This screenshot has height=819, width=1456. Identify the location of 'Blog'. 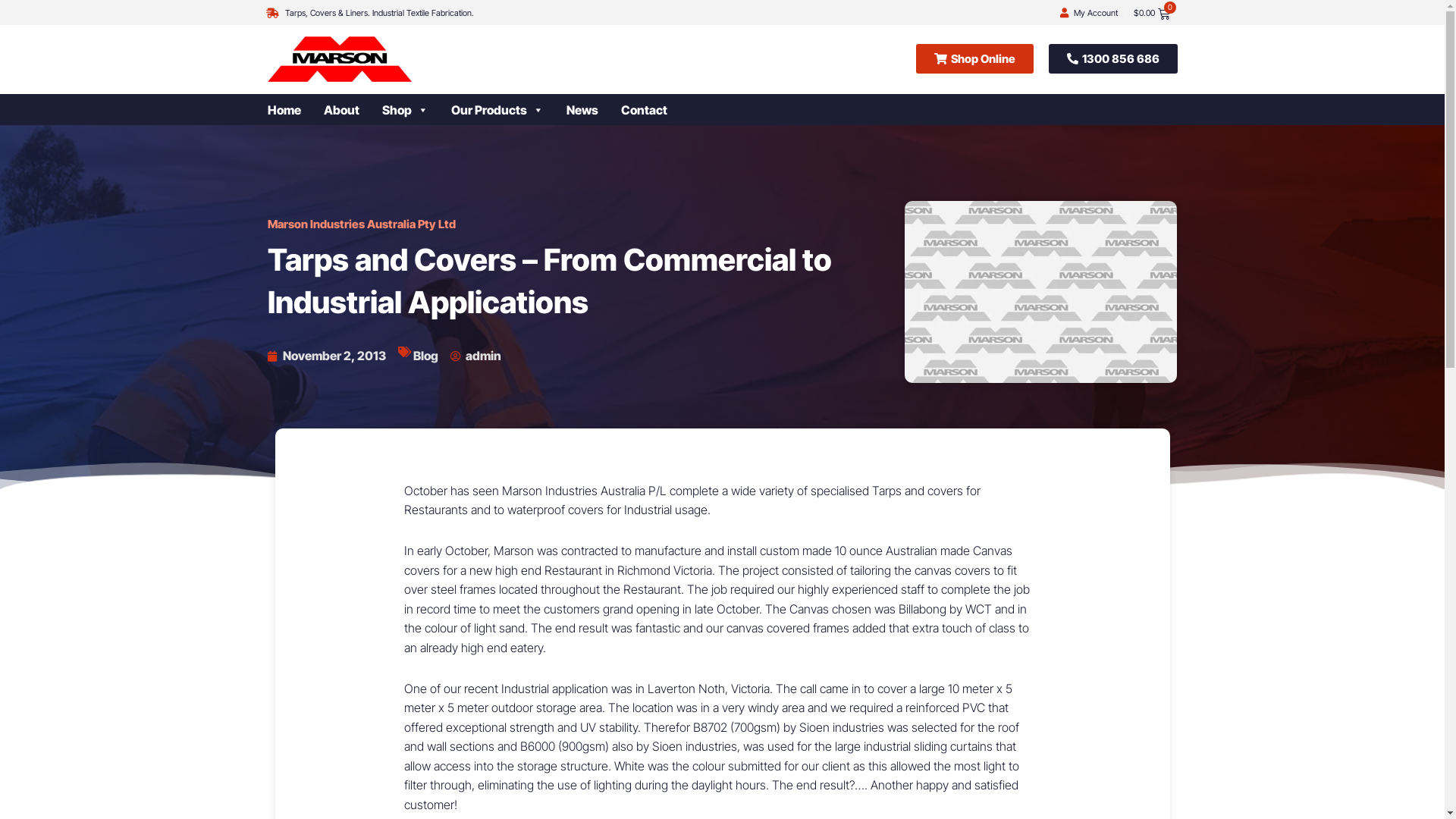
(425, 356).